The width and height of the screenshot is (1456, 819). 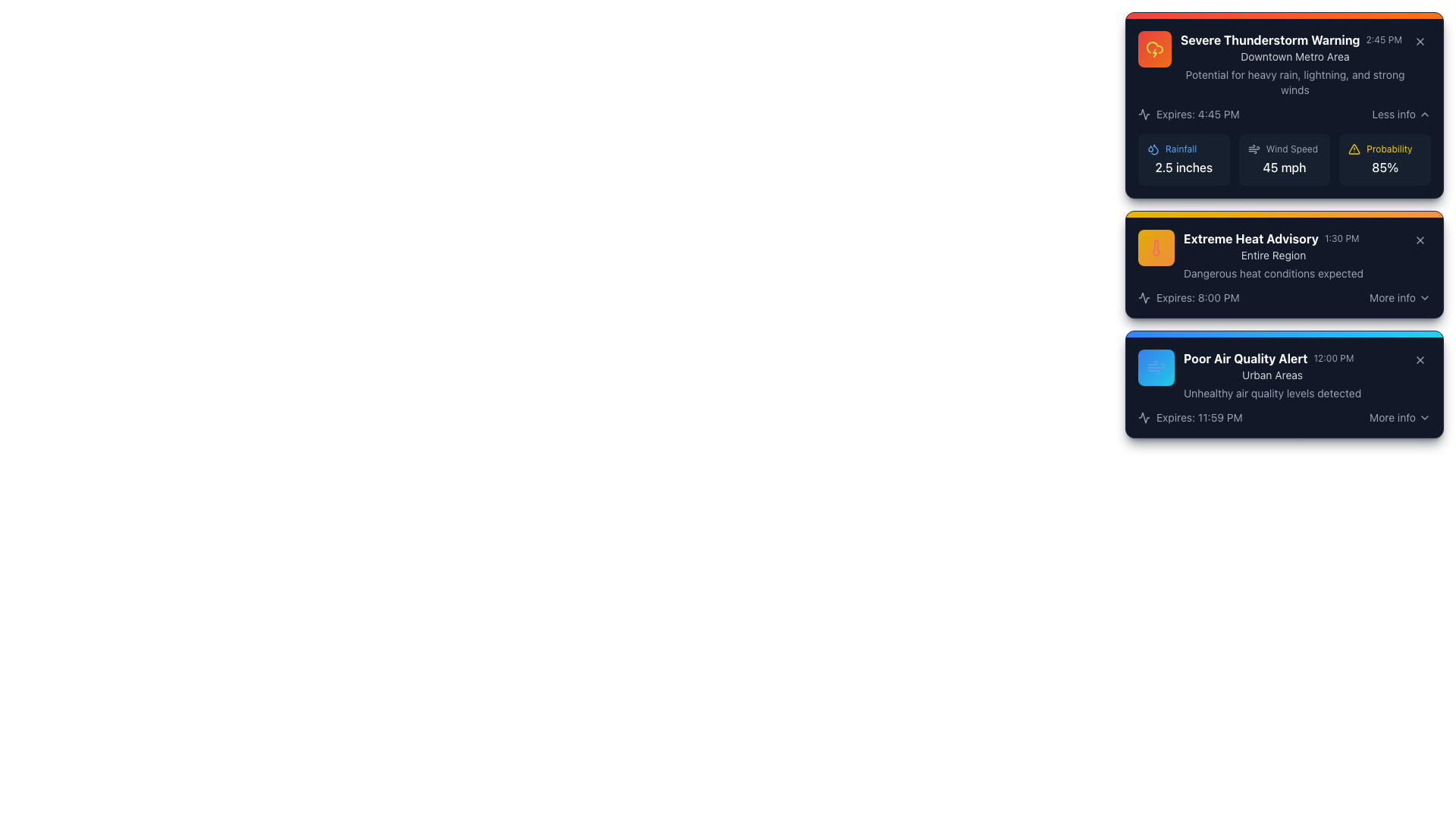 I want to click on the small circular button with an 'X' icon in the center, located at the top-right corner of the 'Extreme Heat Advisory' notification card, so click(x=1419, y=239).